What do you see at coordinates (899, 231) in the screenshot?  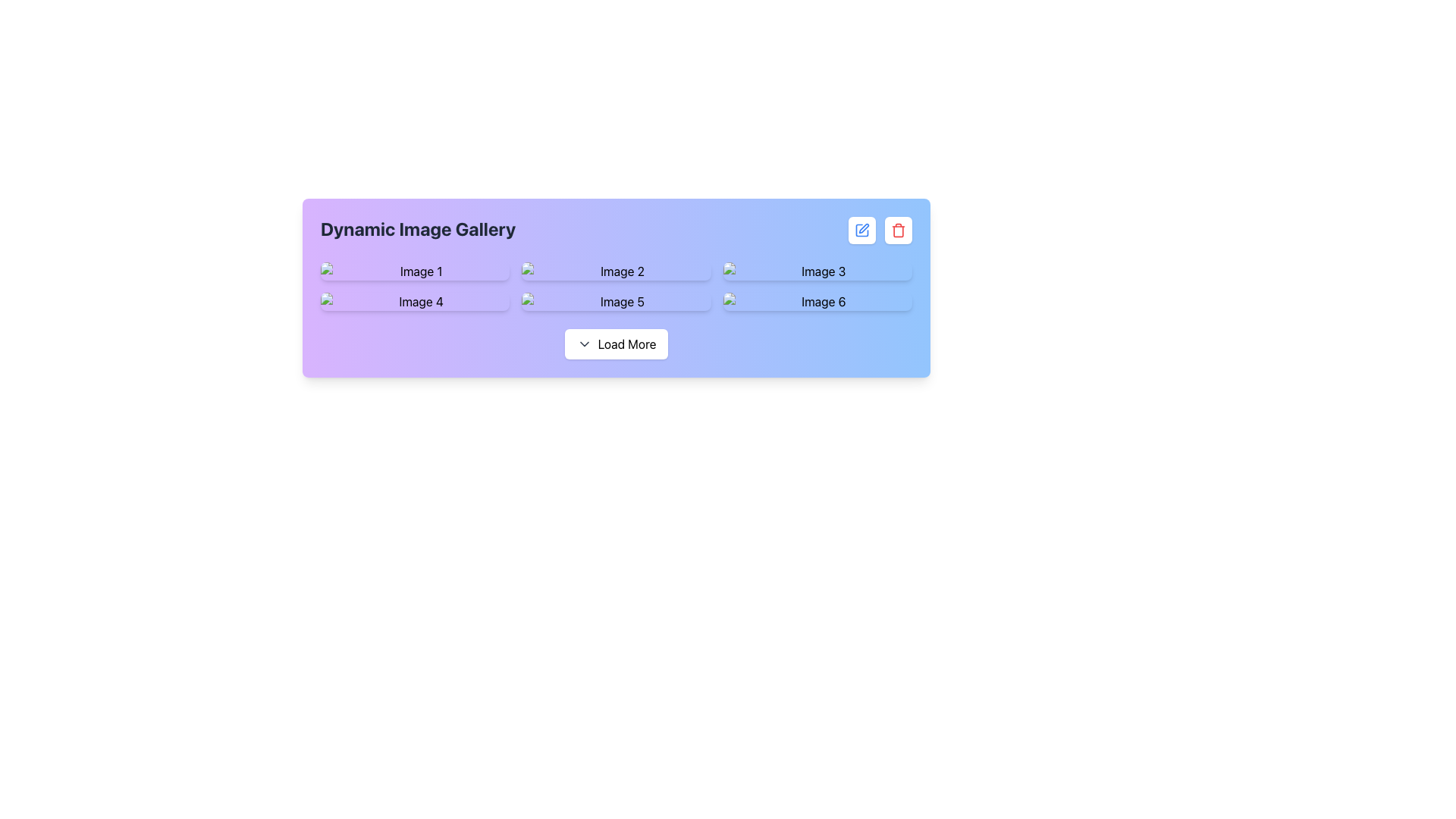 I see `the small square button with a white background and a red trashcan icon` at bounding box center [899, 231].